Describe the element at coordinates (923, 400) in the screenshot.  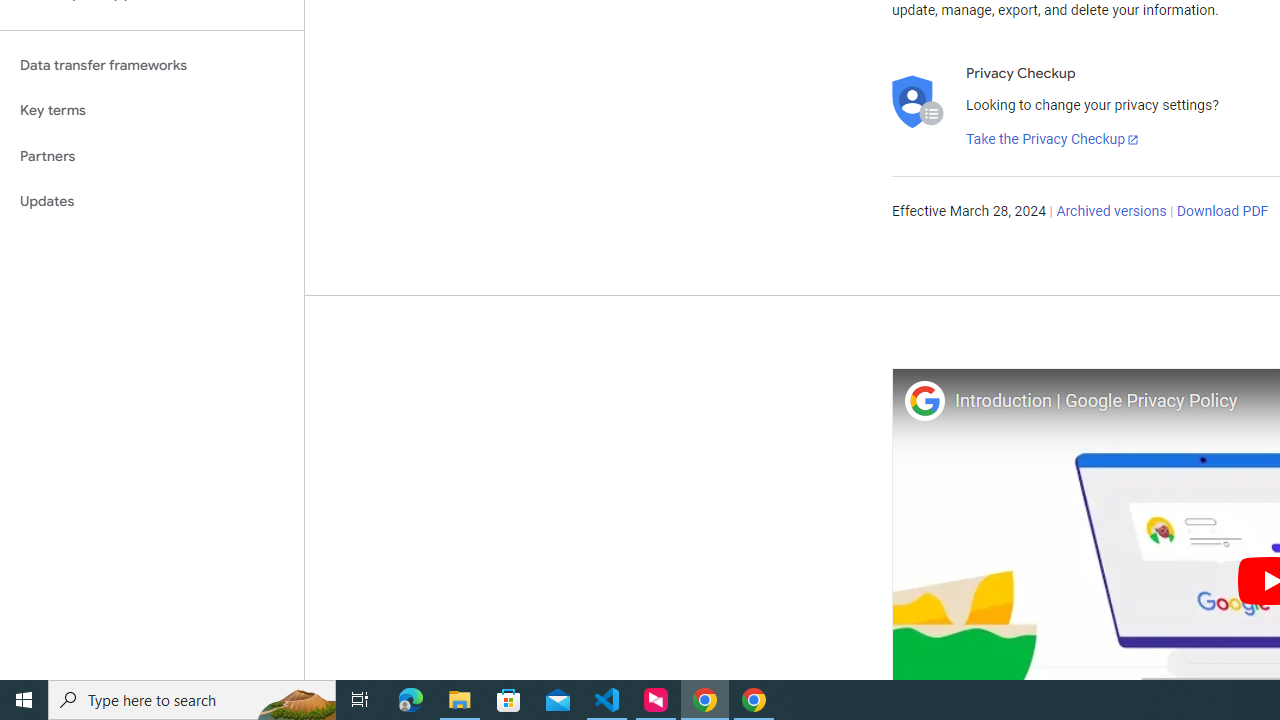
I see `'Photo image of Google'` at that location.